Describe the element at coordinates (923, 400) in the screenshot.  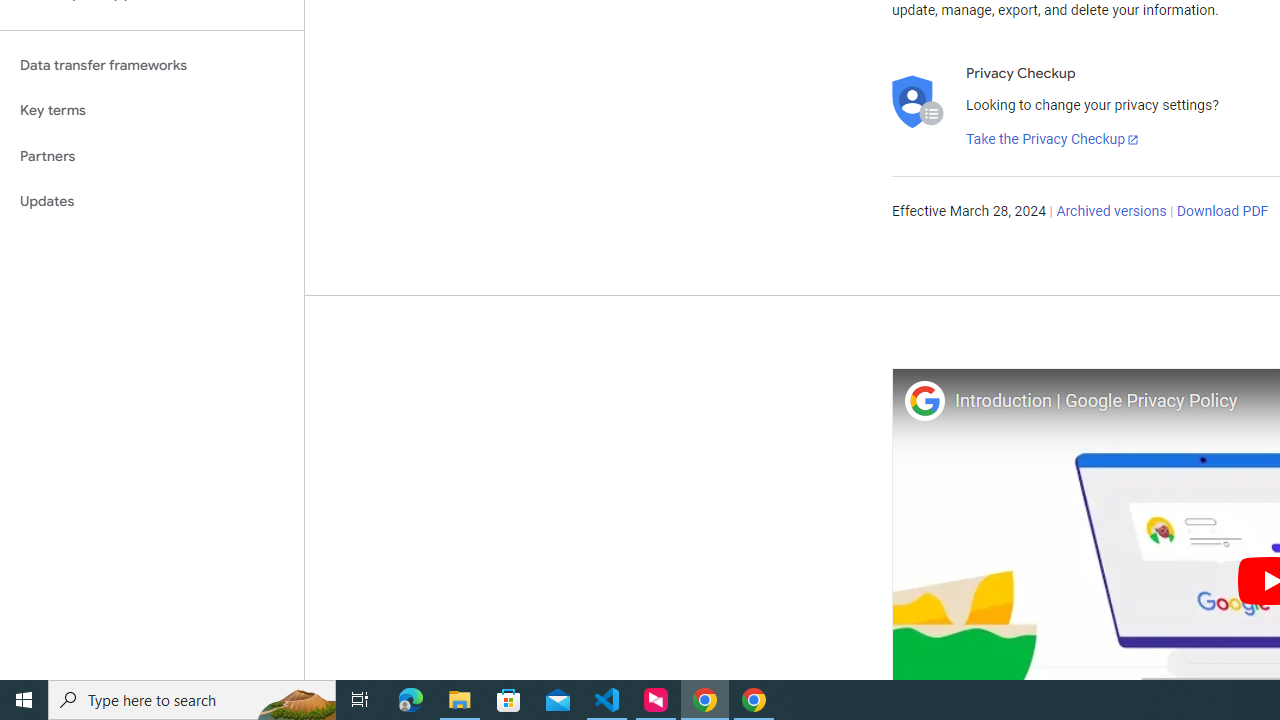
I see `'Photo image of Google'` at that location.